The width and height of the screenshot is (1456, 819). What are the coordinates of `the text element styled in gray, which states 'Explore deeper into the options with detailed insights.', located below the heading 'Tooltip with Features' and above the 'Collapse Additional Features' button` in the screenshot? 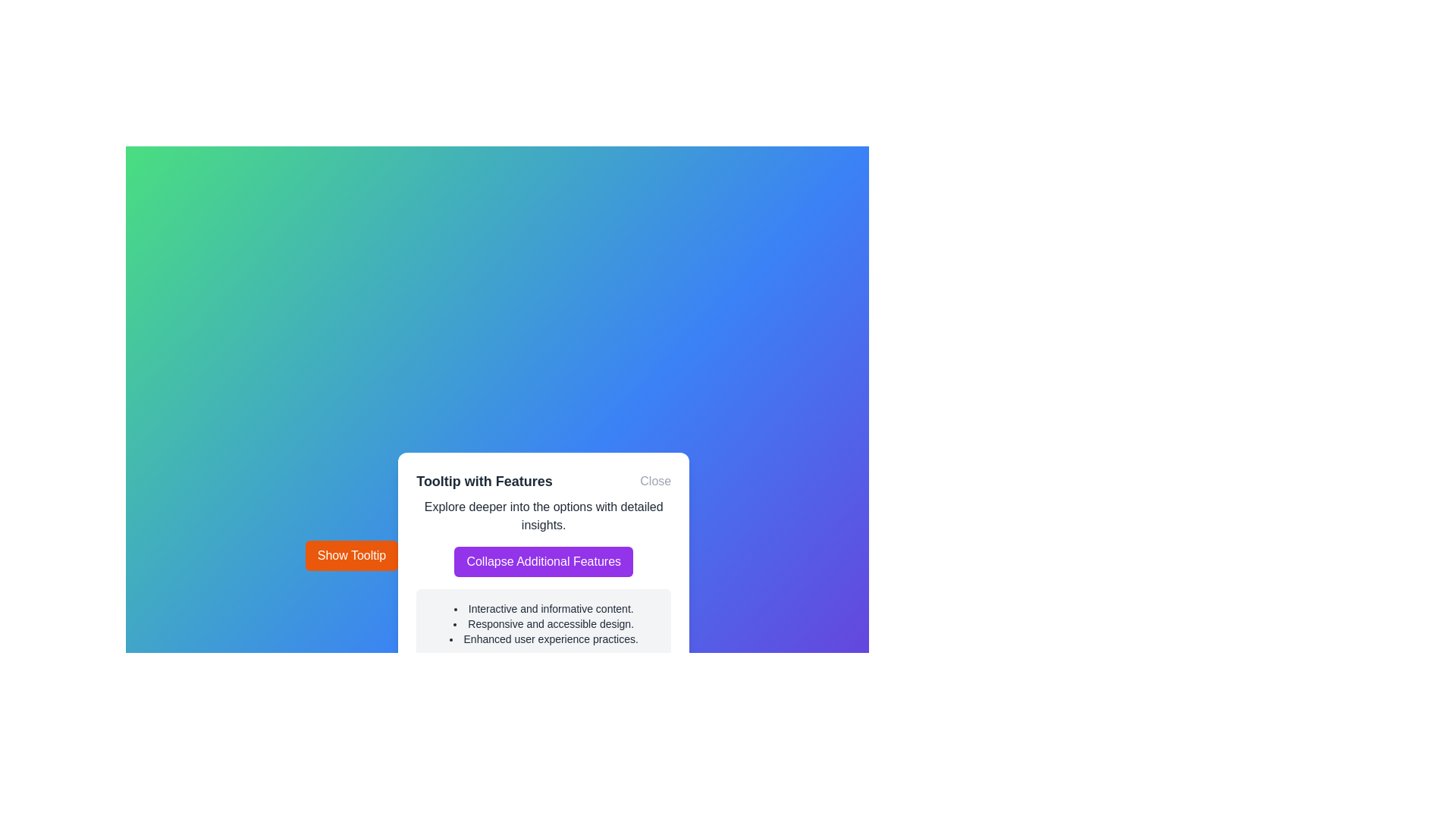 It's located at (544, 516).